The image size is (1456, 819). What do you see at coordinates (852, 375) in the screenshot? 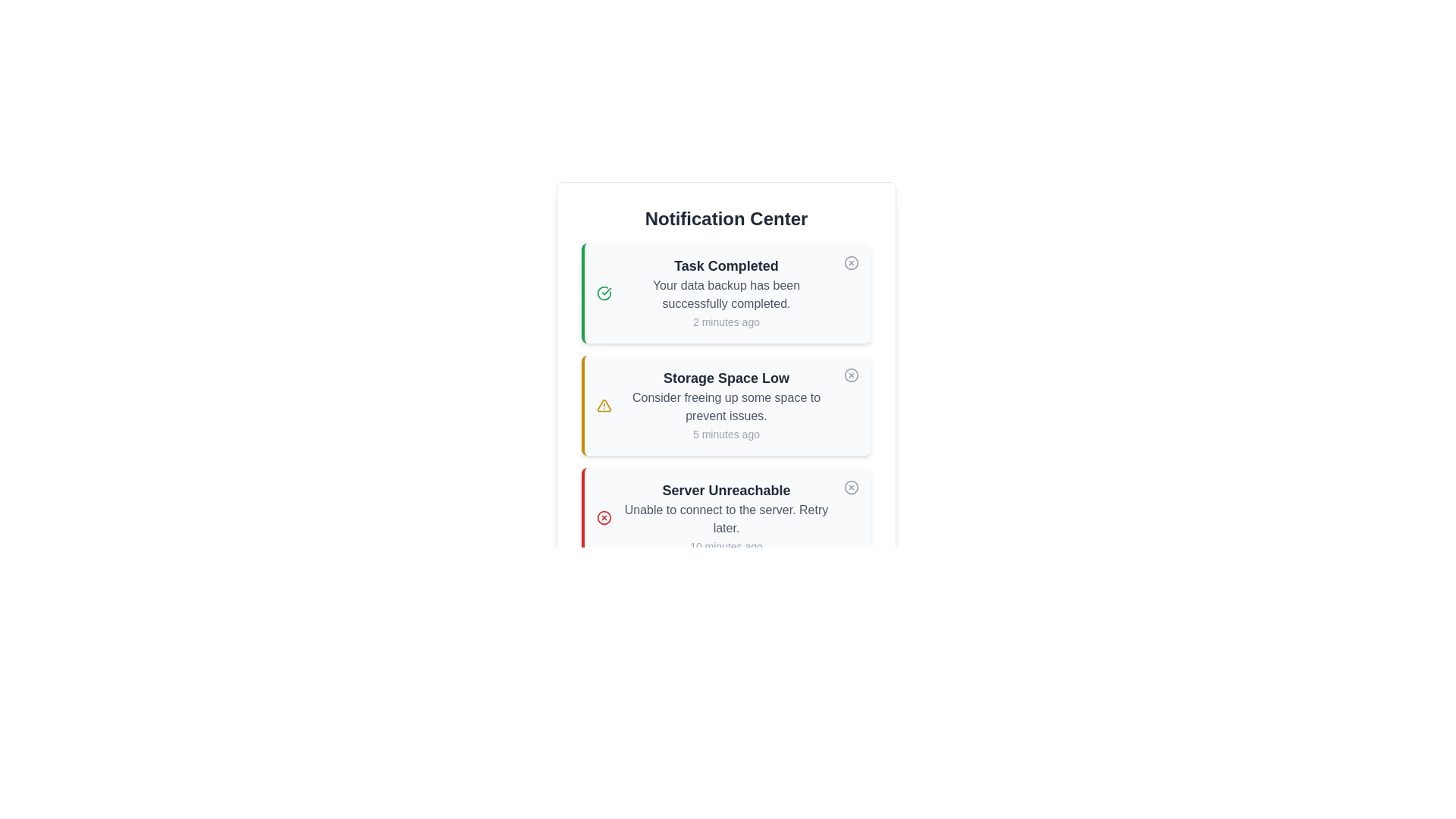
I see `the circular icon representing the geometric design in the 'Storage Space Low' notification card located in the middle of the notification list` at bounding box center [852, 375].